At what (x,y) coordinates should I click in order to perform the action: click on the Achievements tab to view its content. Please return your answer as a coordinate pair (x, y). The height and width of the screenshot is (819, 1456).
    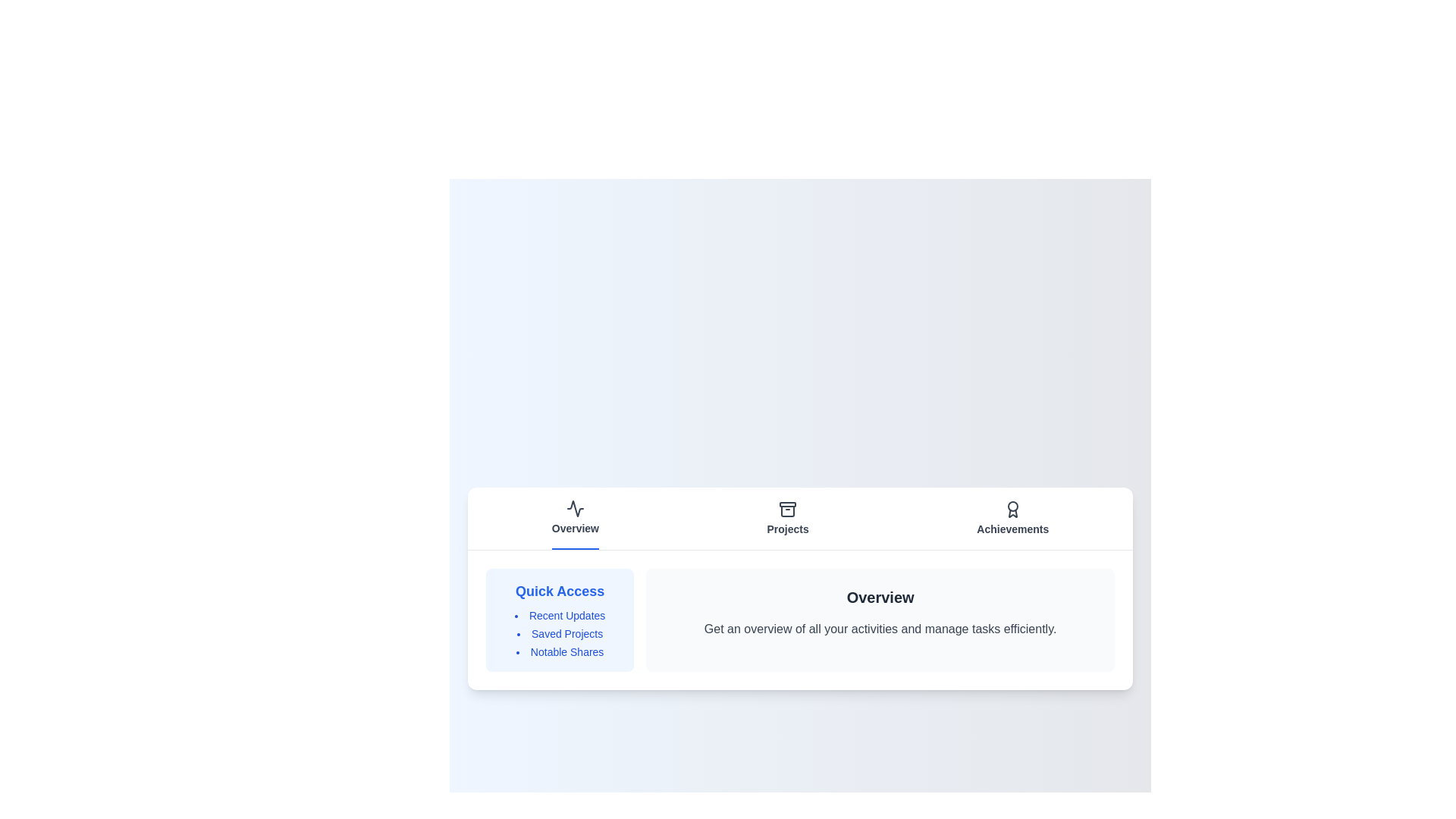
    Looking at the image, I should click on (1012, 517).